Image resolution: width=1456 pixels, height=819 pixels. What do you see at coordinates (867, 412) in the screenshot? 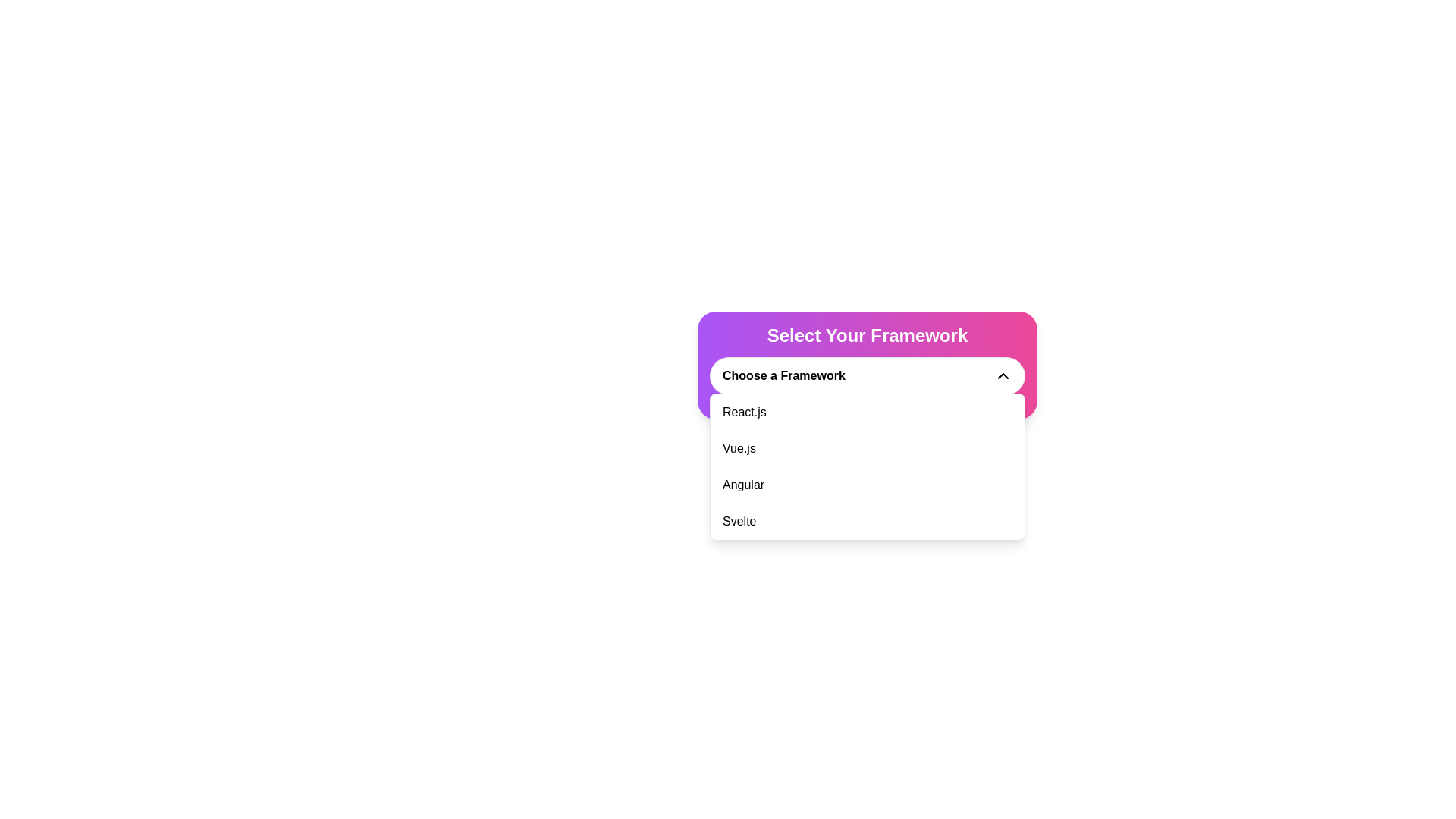
I see `the menu item displaying 'React.js' to activate its hover state, which is the first item in a vertical list of options` at bounding box center [867, 412].